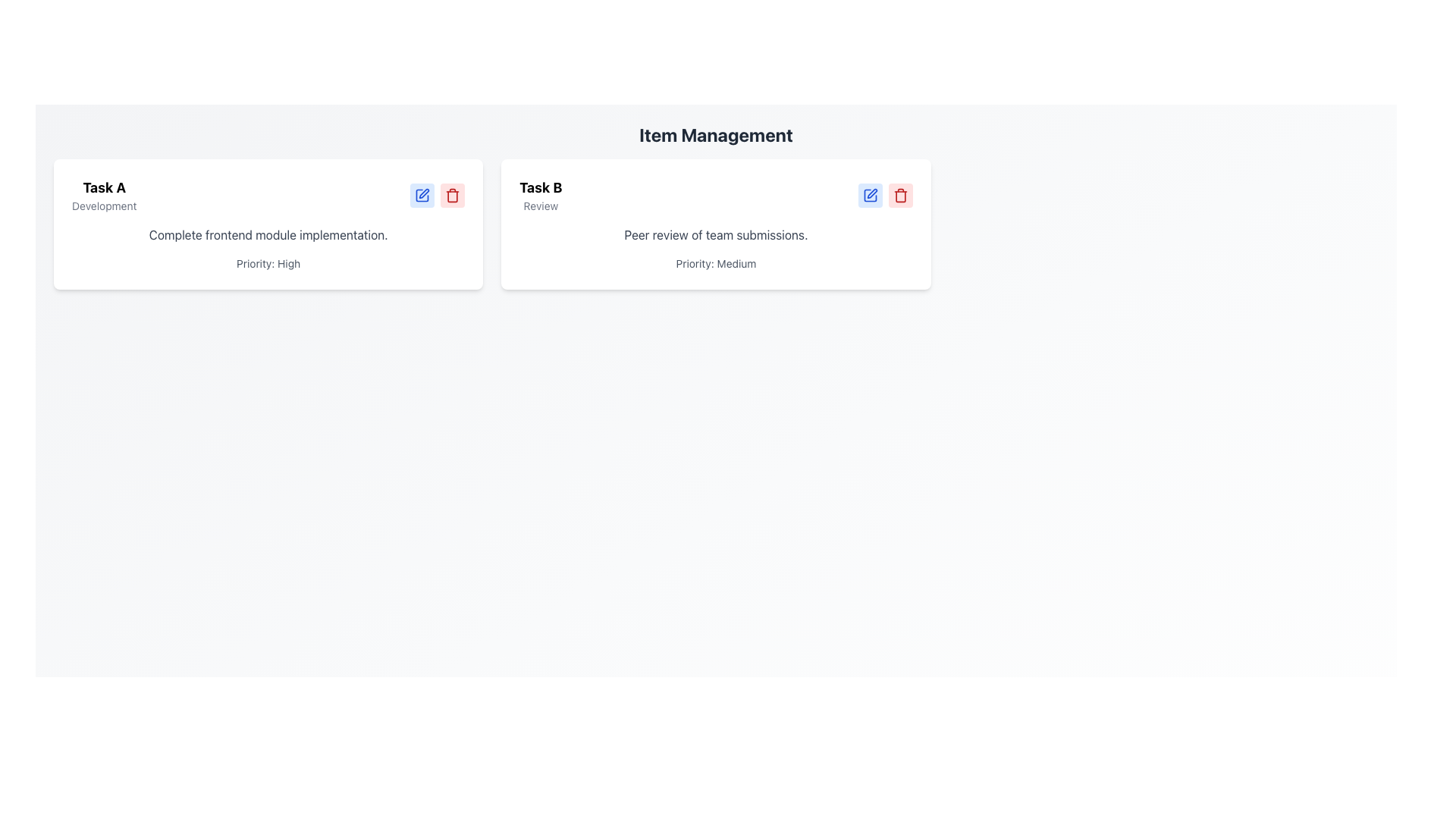 The height and width of the screenshot is (819, 1456). What do you see at coordinates (541, 187) in the screenshot?
I see `the text label at the top of the card in the second column, which serves as the title for navigation or understanding` at bounding box center [541, 187].